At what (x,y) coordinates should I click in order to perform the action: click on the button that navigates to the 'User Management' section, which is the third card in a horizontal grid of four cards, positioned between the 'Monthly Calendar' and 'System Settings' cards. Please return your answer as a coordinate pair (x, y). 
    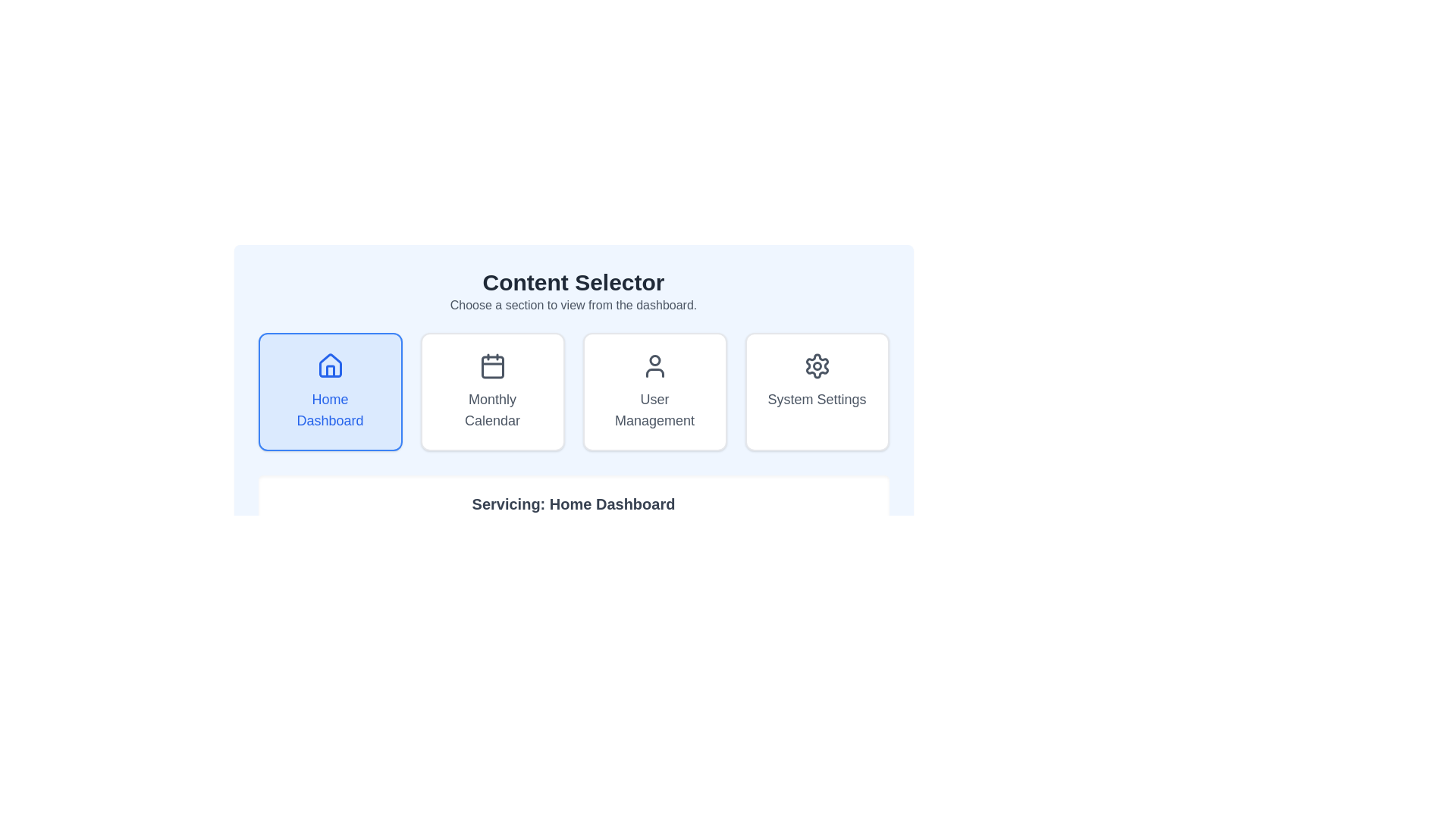
    Looking at the image, I should click on (654, 391).